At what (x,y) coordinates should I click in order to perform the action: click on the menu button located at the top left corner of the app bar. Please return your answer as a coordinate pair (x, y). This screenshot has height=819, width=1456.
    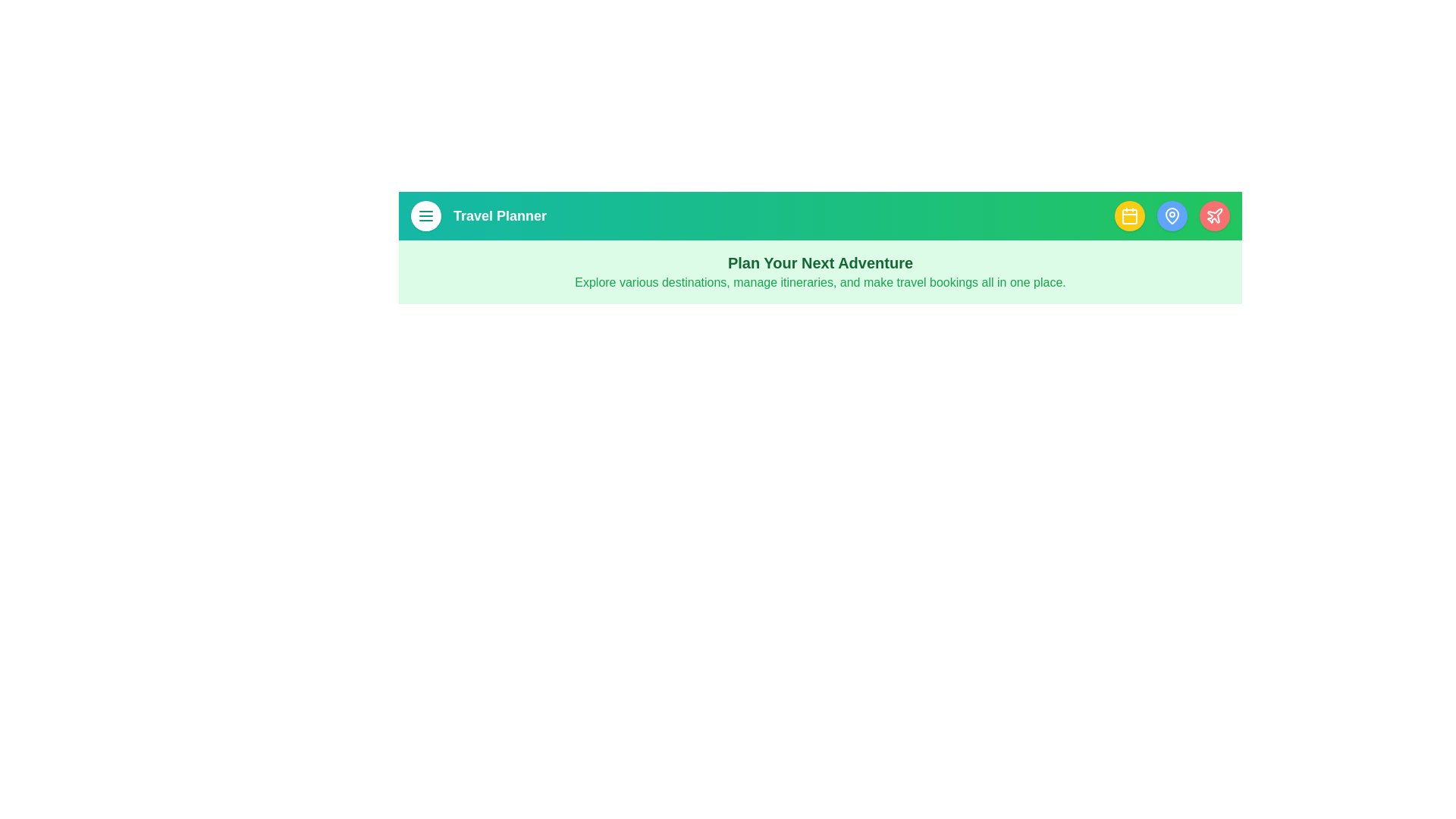
    Looking at the image, I should click on (425, 216).